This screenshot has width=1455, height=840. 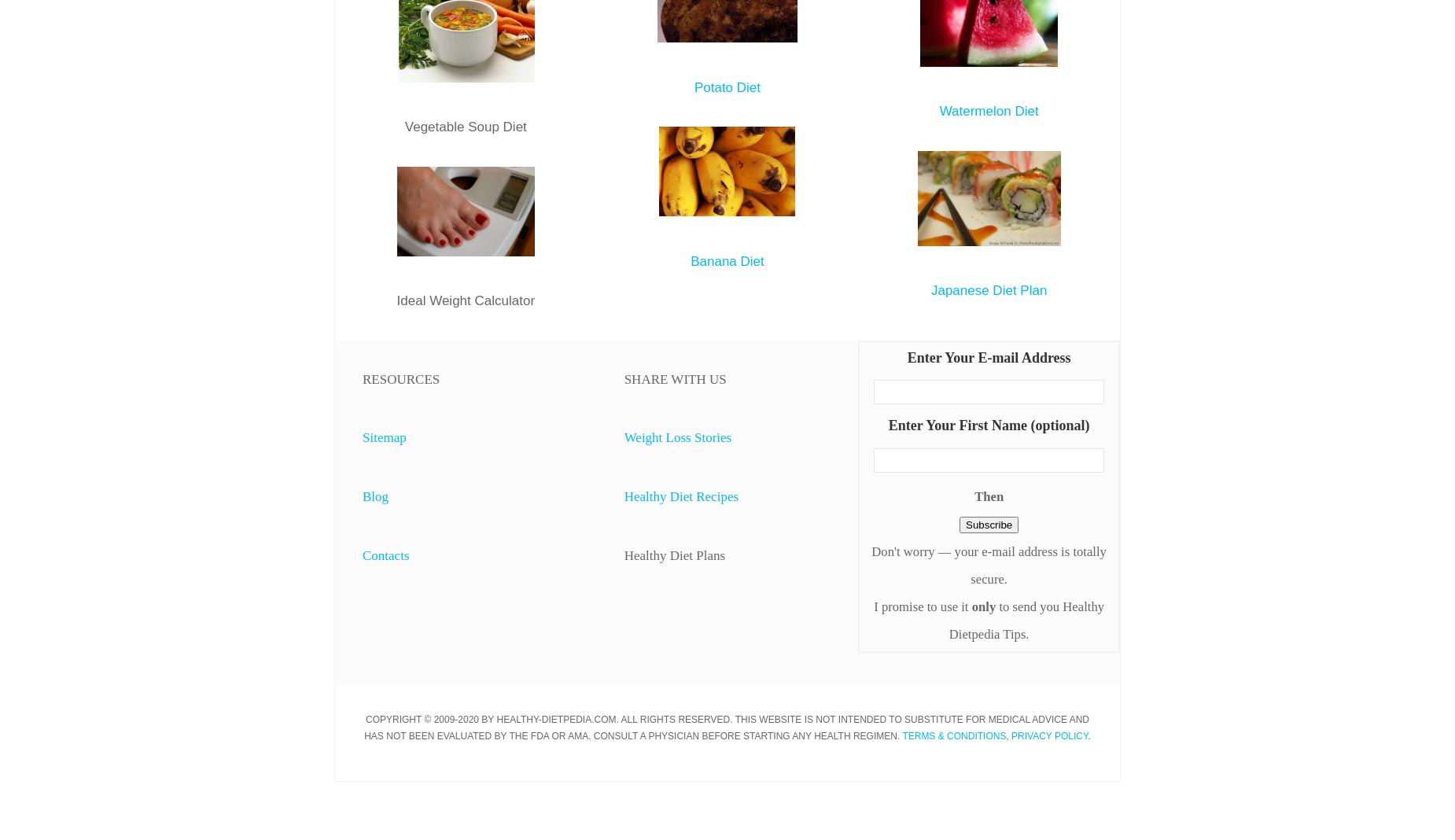 What do you see at coordinates (988, 357) in the screenshot?
I see `'Enter Your E-mail Address'` at bounding box center [988, 357].